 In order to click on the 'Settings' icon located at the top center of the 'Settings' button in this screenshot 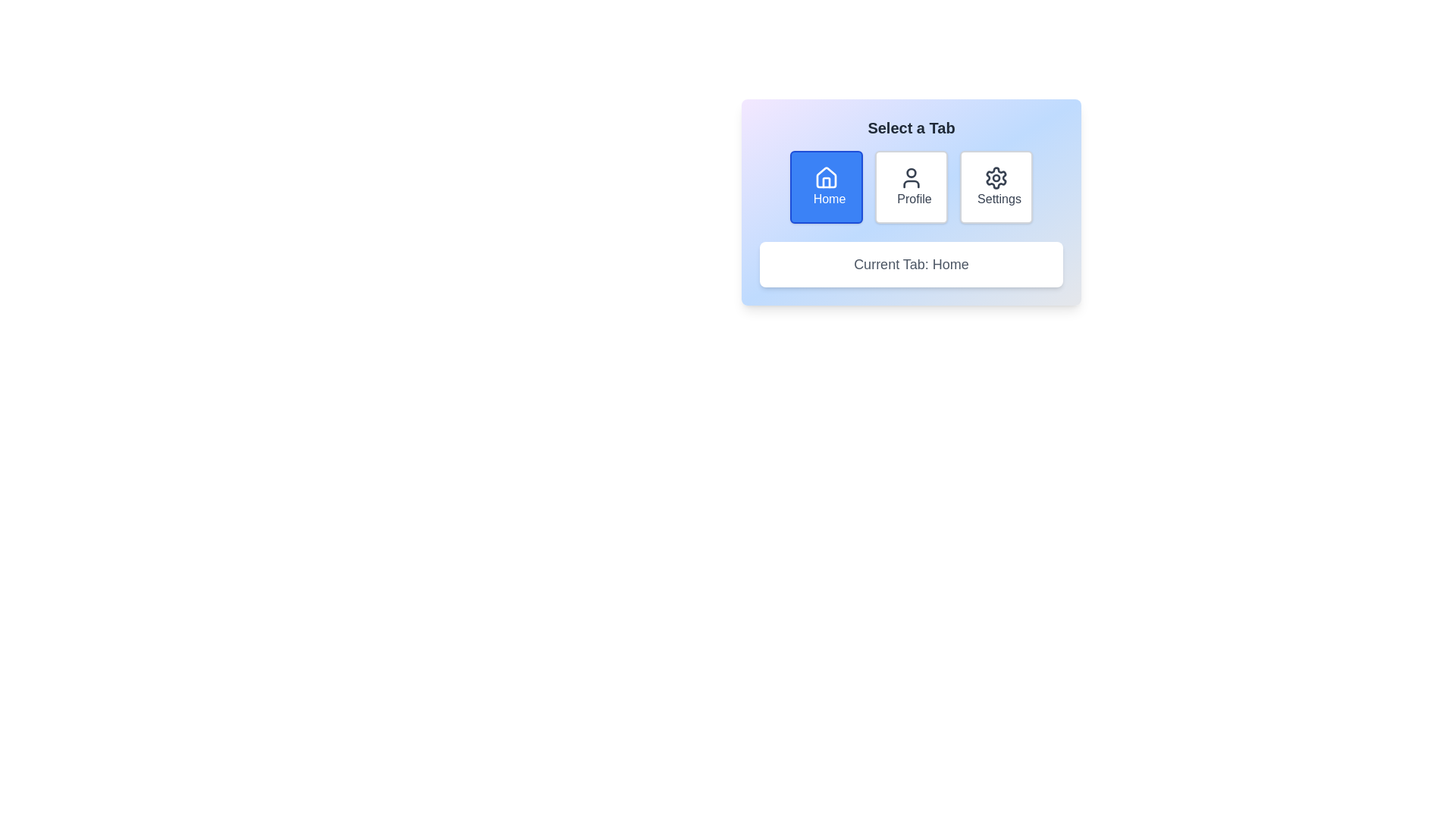, I will do `click(996, 177)`.